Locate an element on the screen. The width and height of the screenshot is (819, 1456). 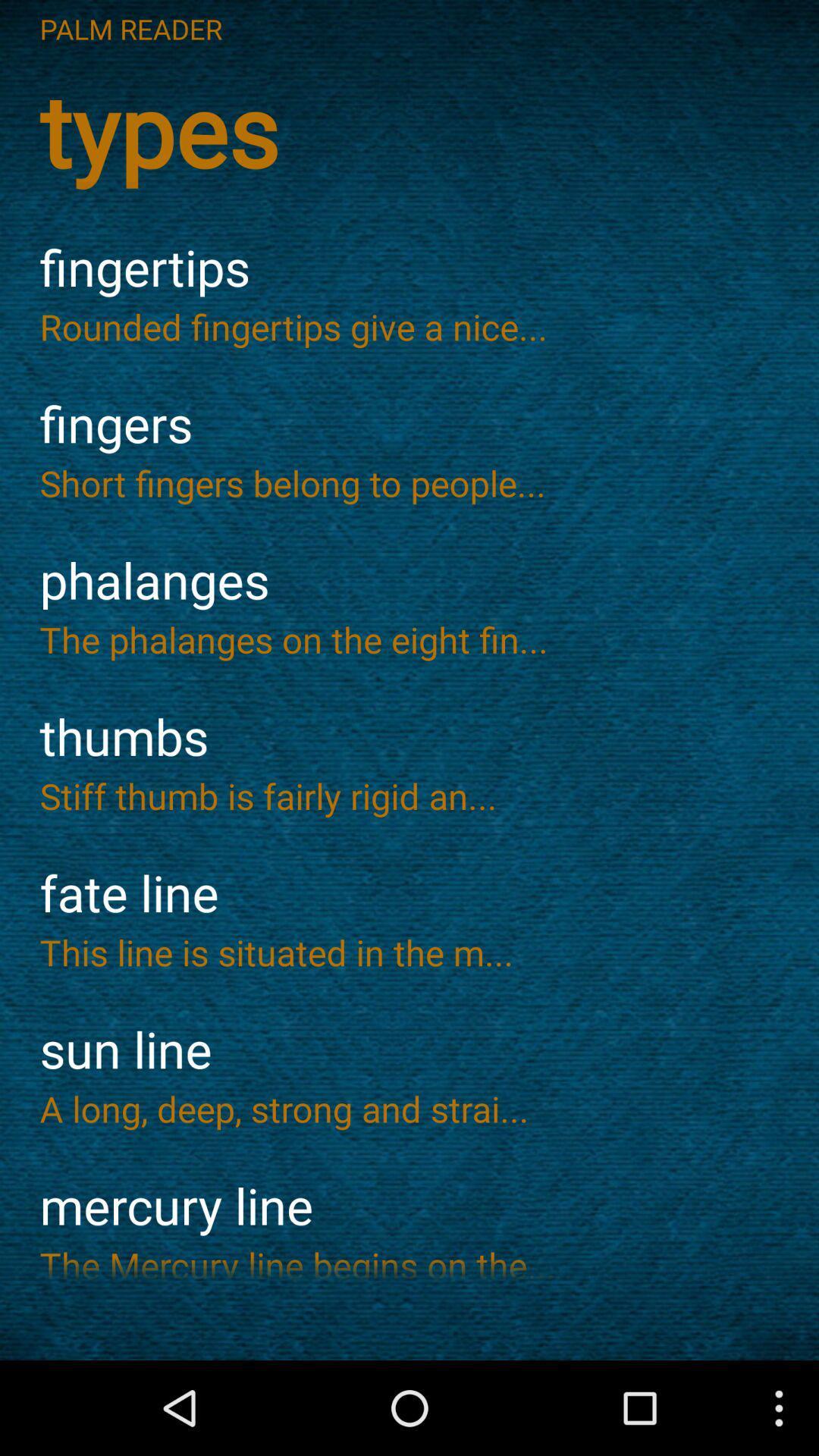
the app above the stiff thumb is item is located at coordinates (409, 737).